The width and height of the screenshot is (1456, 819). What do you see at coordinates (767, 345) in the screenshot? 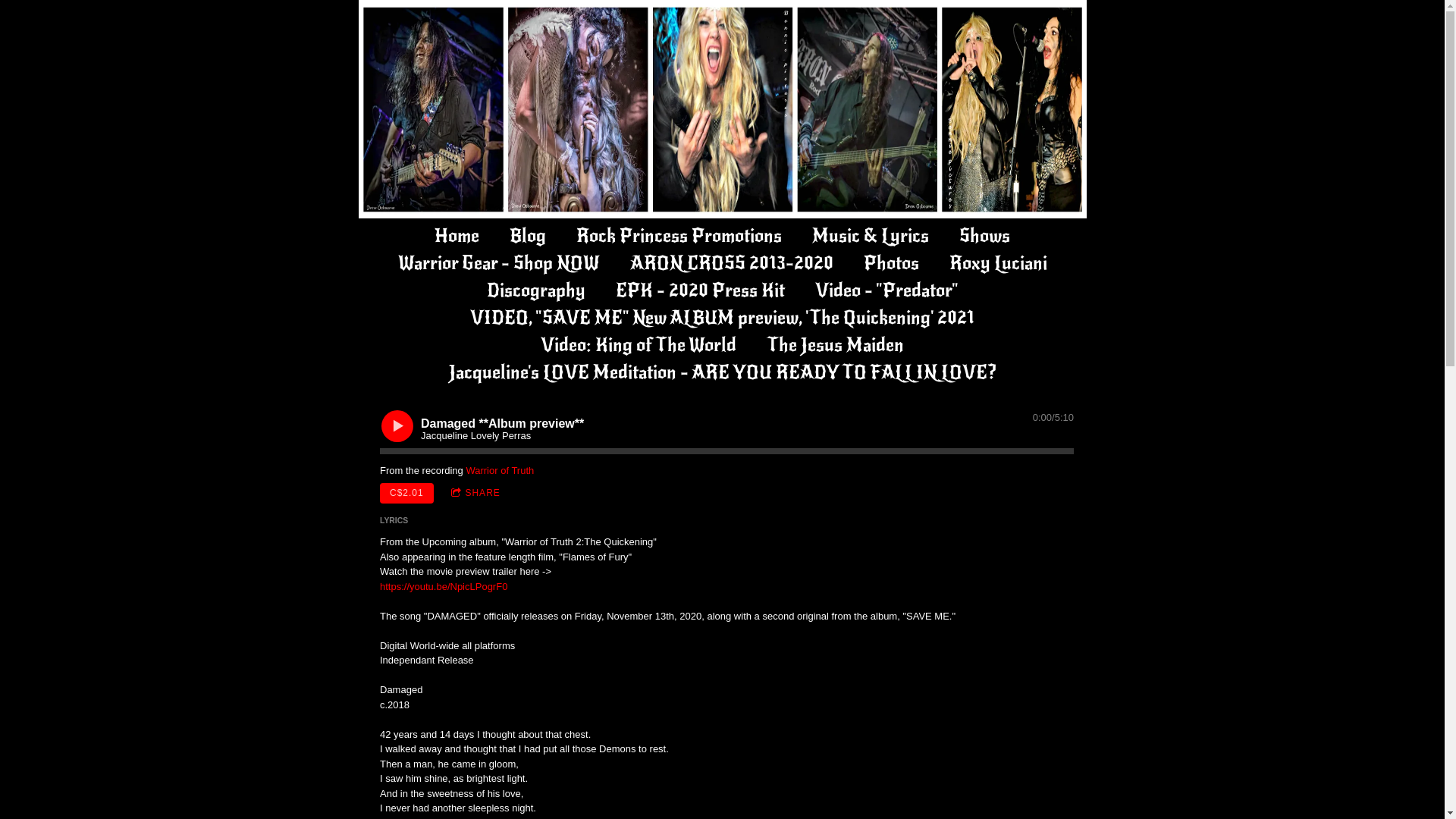
I see `'The Jesus Maiden'` at bounding box center [767, 345].